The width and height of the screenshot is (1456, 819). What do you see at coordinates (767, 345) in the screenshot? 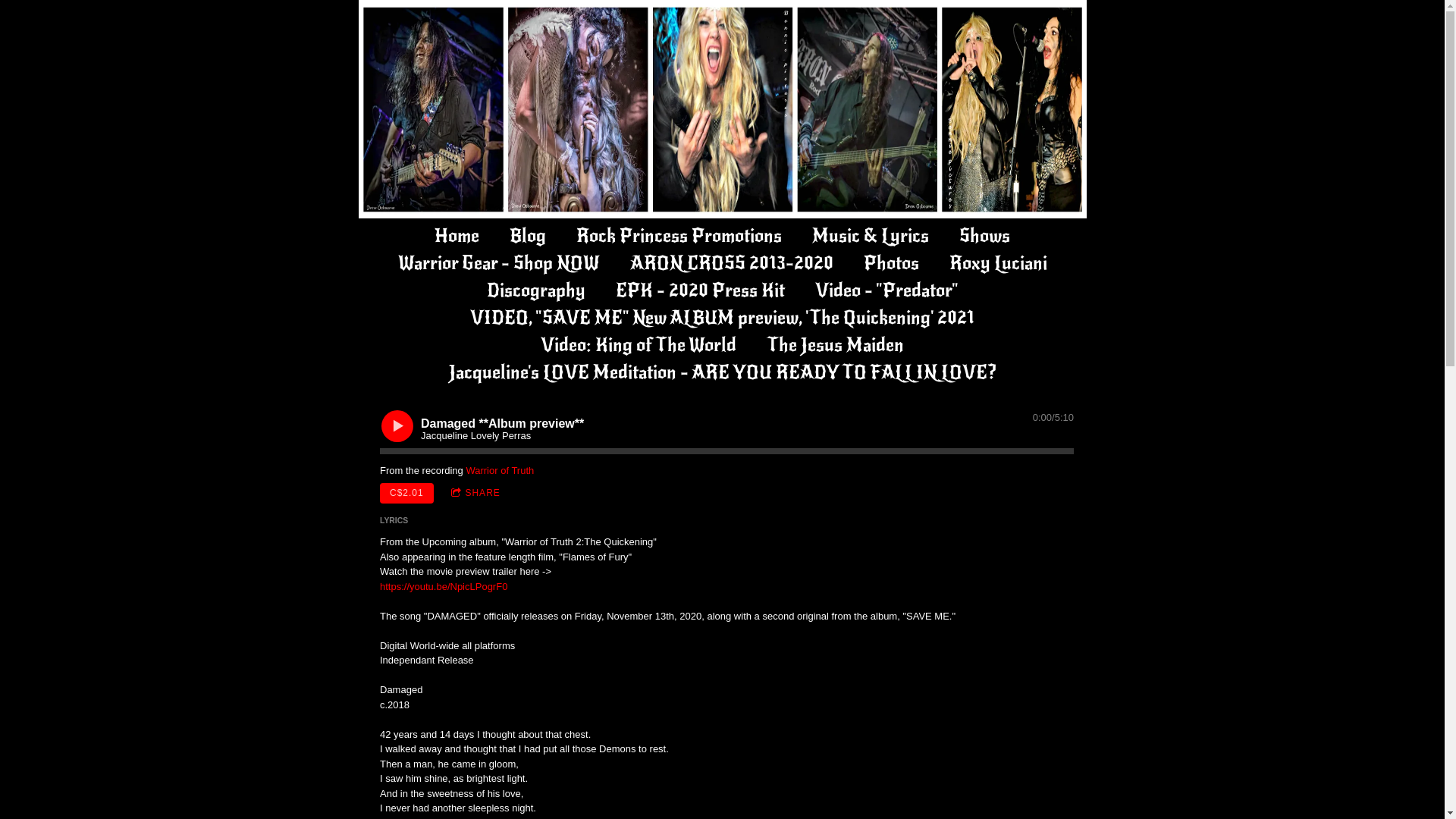
I see `'The Jesus Maiden'` at bounding box center [767, 345].